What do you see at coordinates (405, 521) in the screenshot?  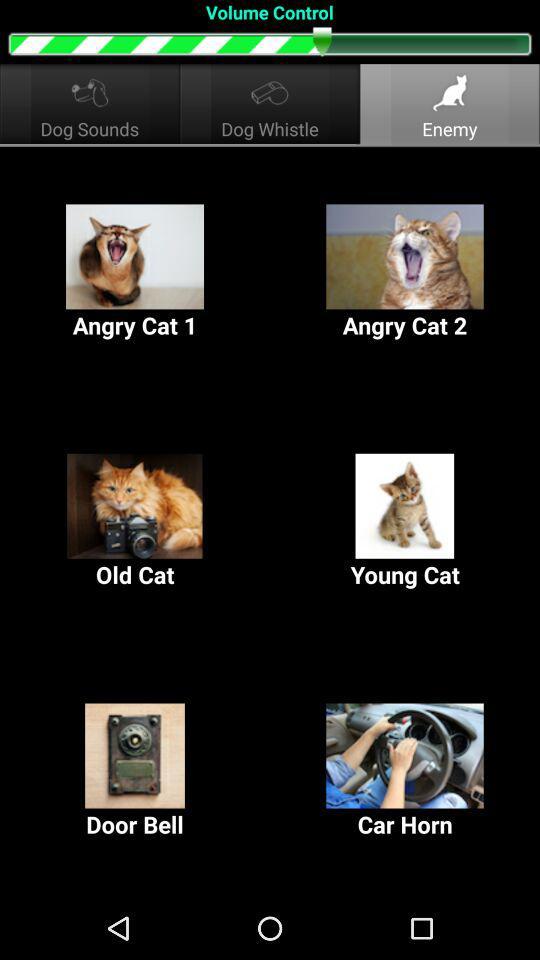 I see `button on the right` at bounding box center [405, 521].